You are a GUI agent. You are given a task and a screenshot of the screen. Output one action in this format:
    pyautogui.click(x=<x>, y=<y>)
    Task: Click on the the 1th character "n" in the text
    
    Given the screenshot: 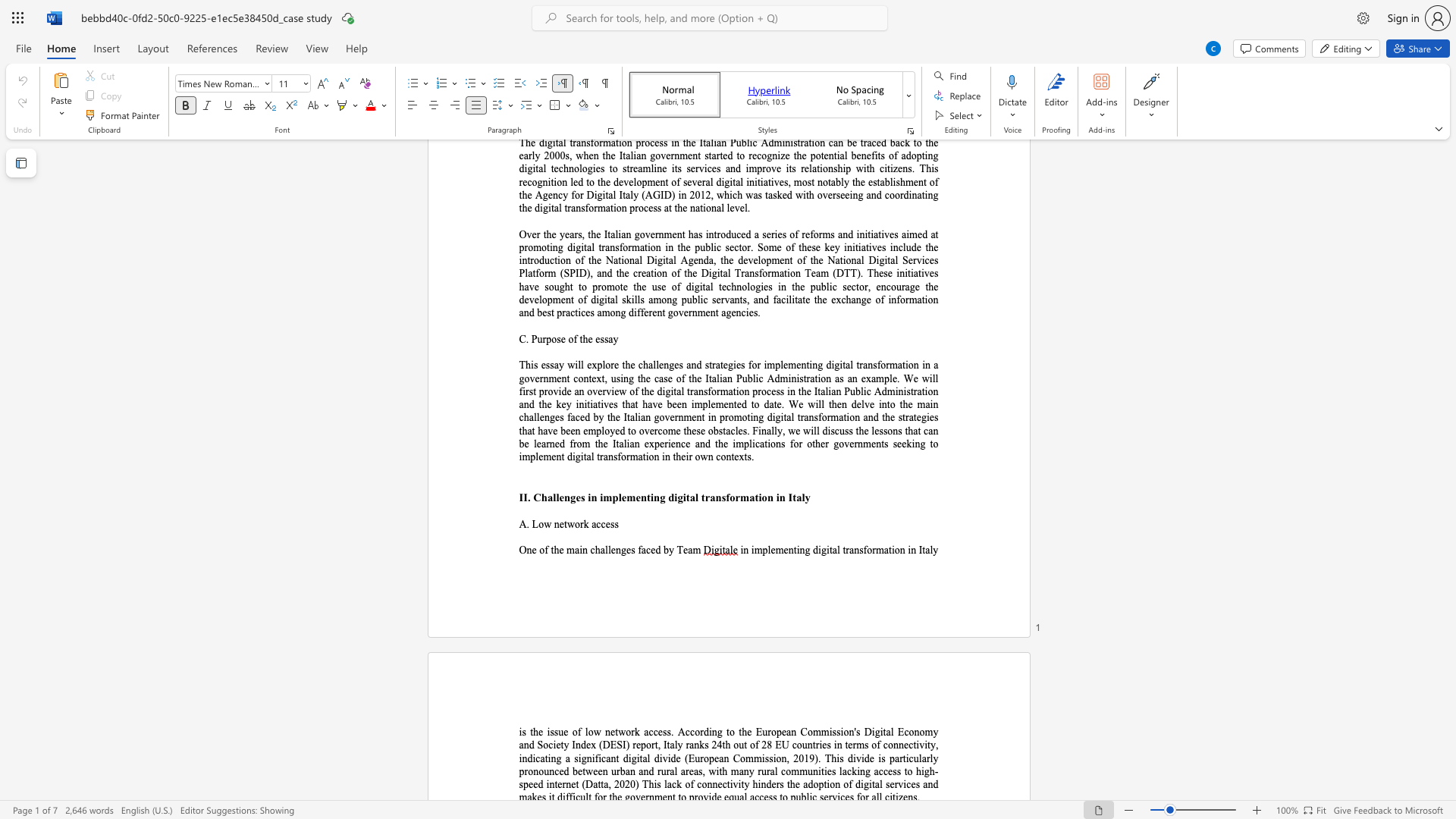 What is the action you would take?
    pyautogui.click(x=556, y=523)
    